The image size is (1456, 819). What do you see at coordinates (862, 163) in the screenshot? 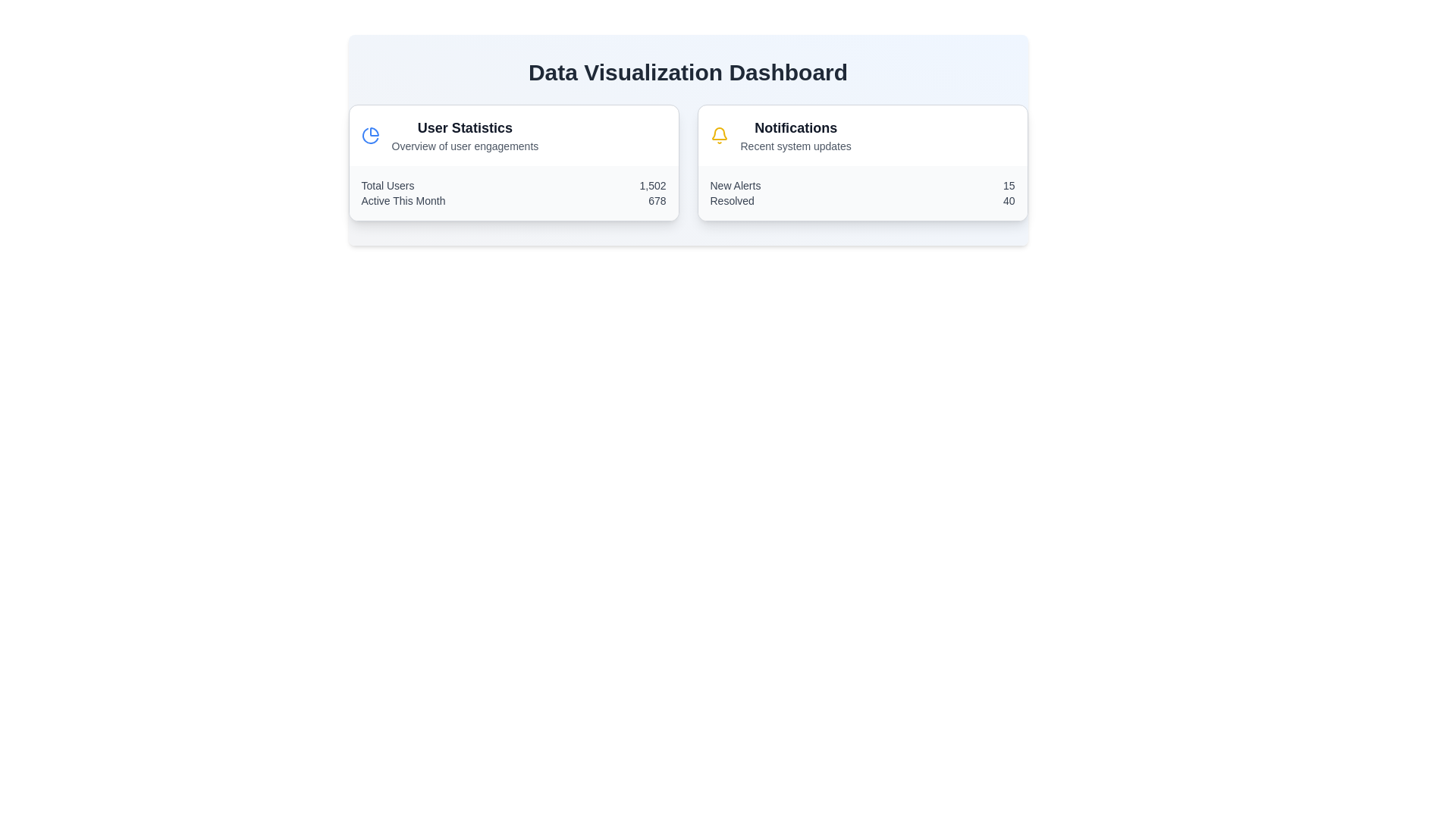
I see `the dashboard card for Notifications to view details` at bounding box center [862, 163].